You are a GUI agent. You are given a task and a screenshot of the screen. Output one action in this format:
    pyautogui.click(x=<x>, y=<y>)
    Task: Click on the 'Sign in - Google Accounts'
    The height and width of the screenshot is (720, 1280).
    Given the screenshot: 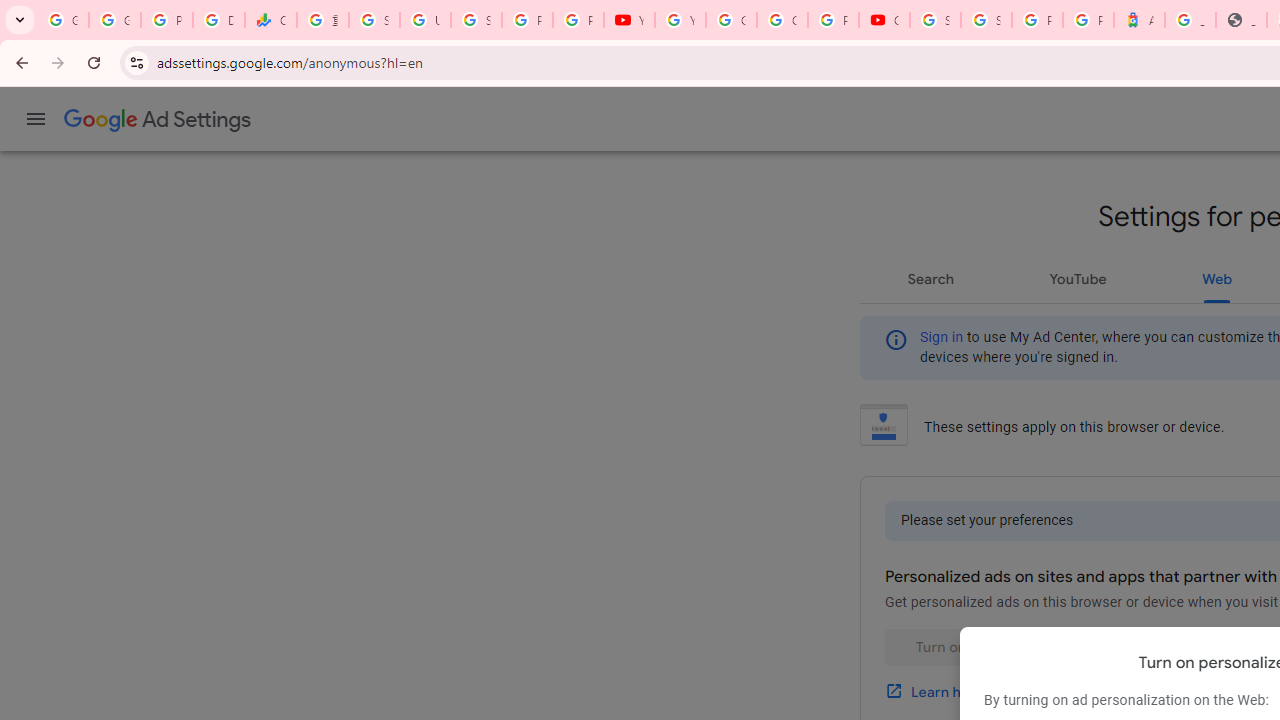 What is the action you would take?
    pyautogui.click(x=375, y=20)
    